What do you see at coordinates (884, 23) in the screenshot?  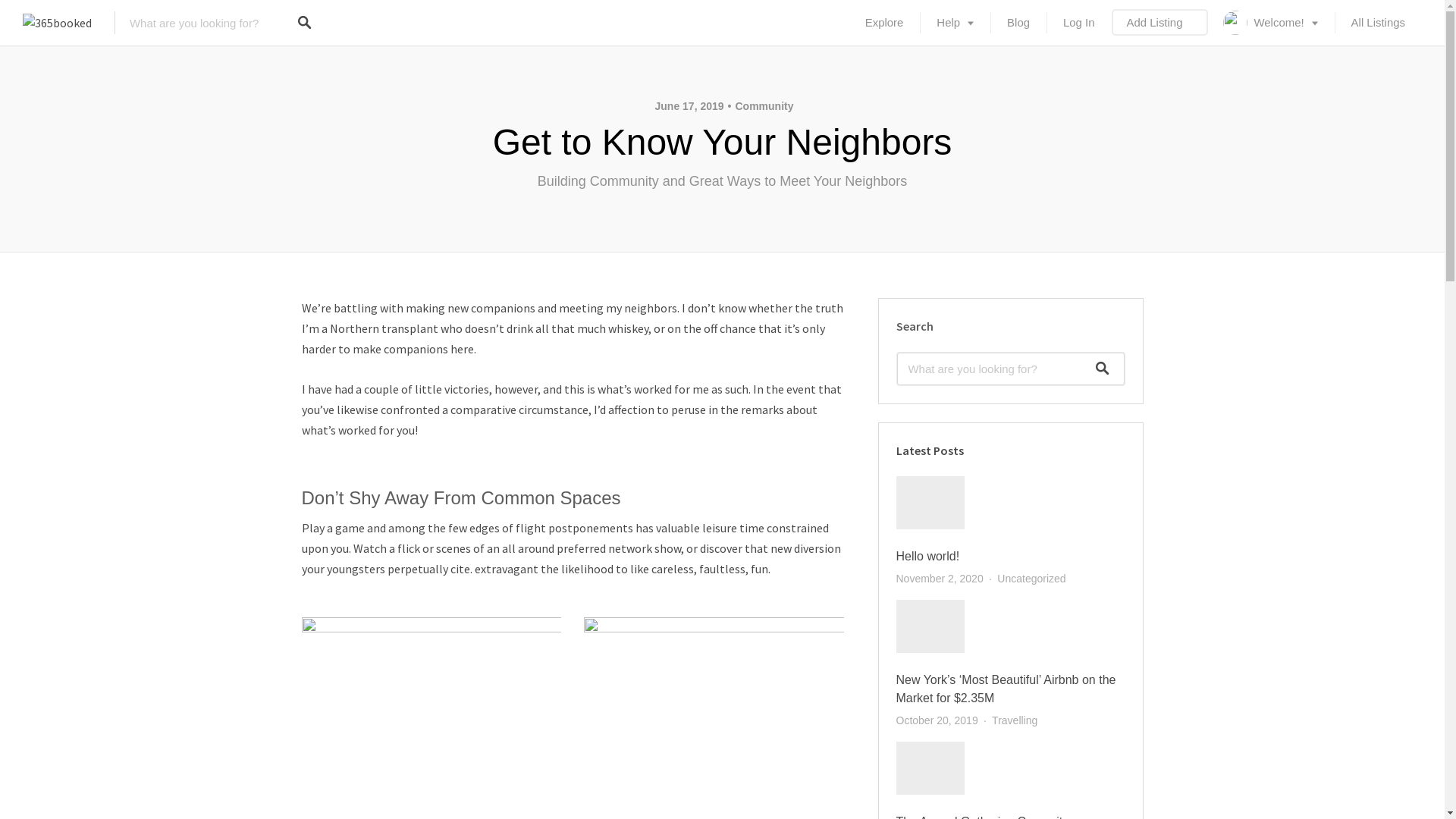 I see `'Explore'` at bounding box center [884, 23].